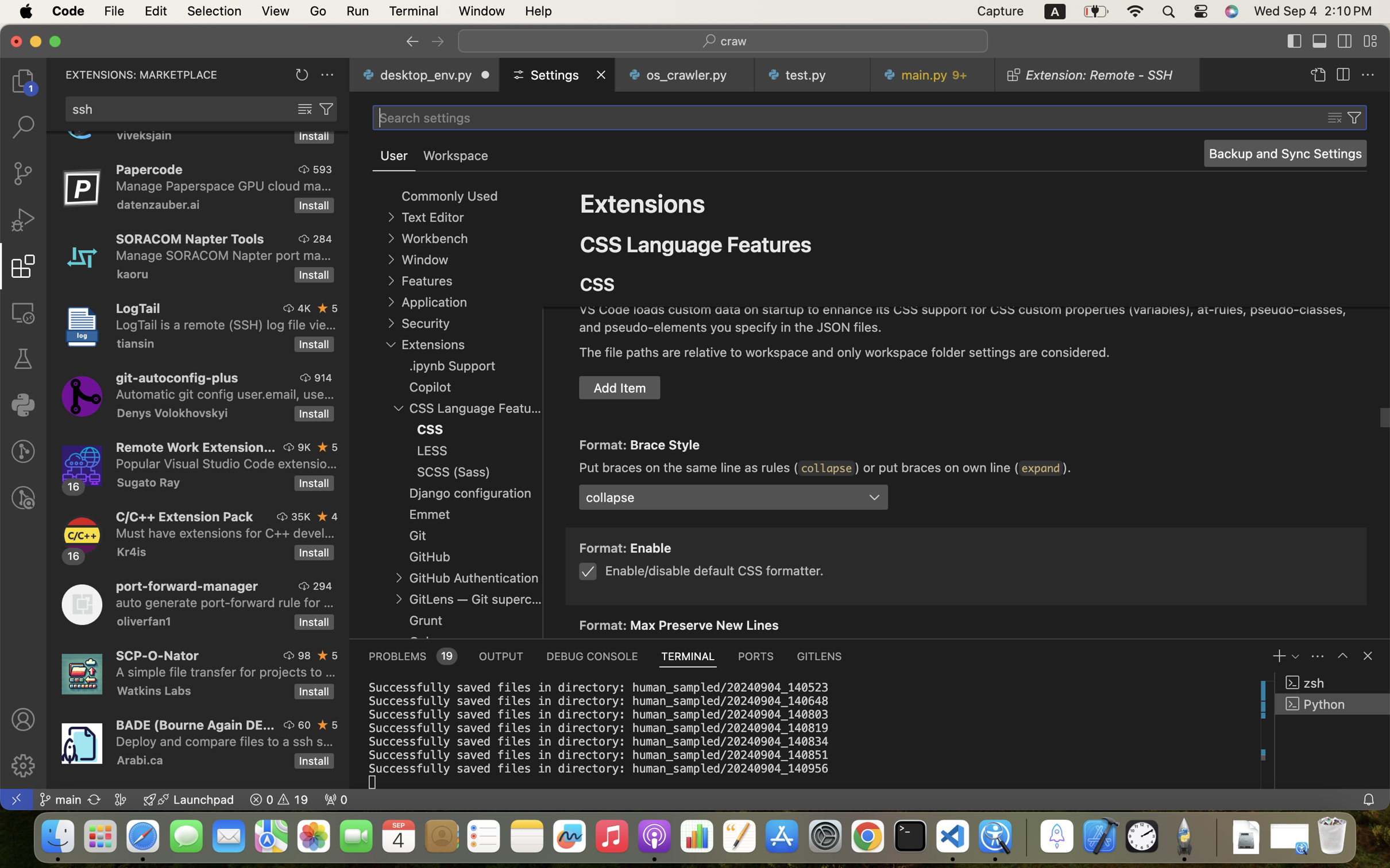 The height and width of the screenshot is (868, 1390). I want to click on '35K', so click(300, 517).